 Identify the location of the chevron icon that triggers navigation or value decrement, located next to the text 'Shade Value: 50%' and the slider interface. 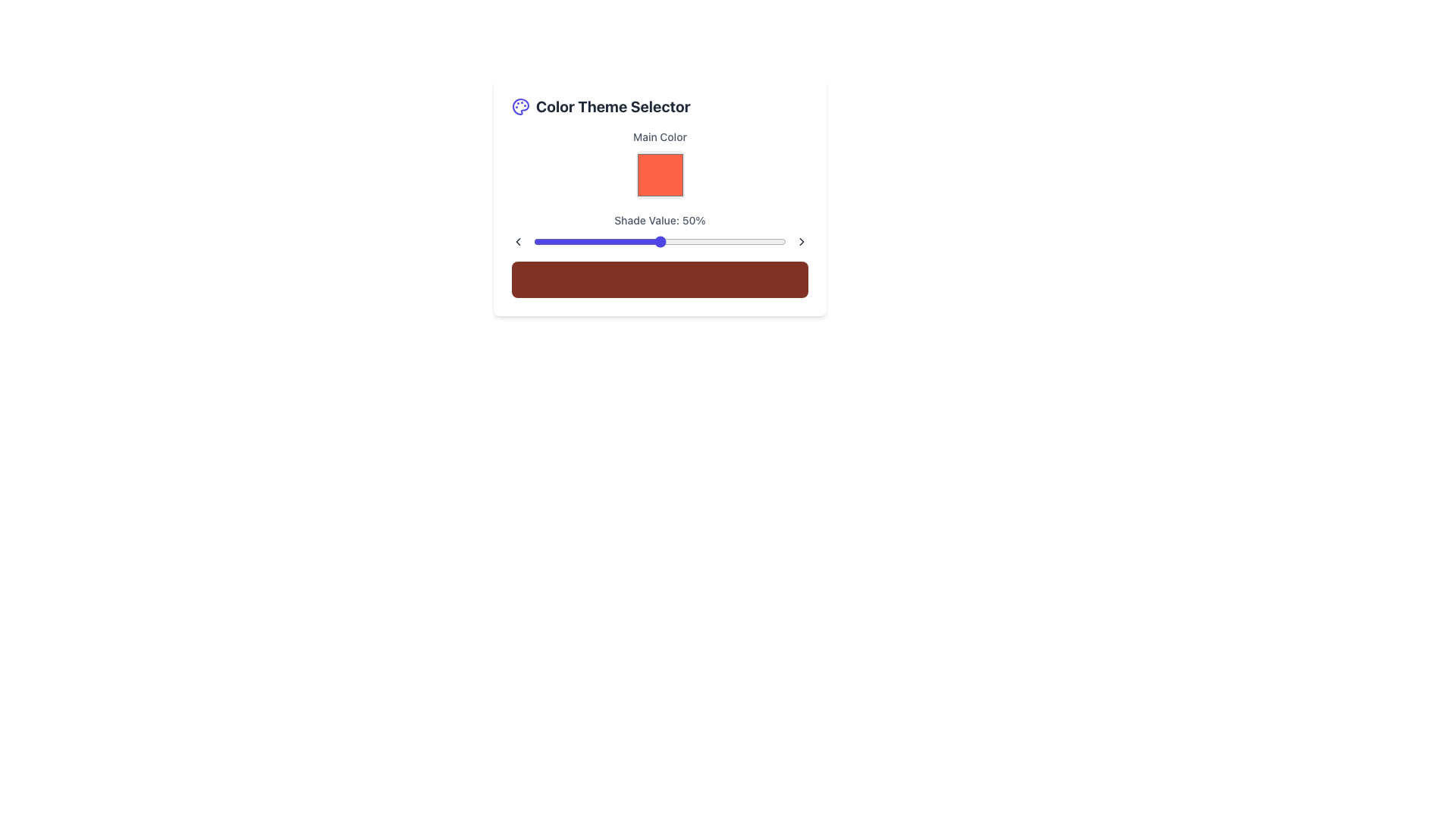
(518, 241).